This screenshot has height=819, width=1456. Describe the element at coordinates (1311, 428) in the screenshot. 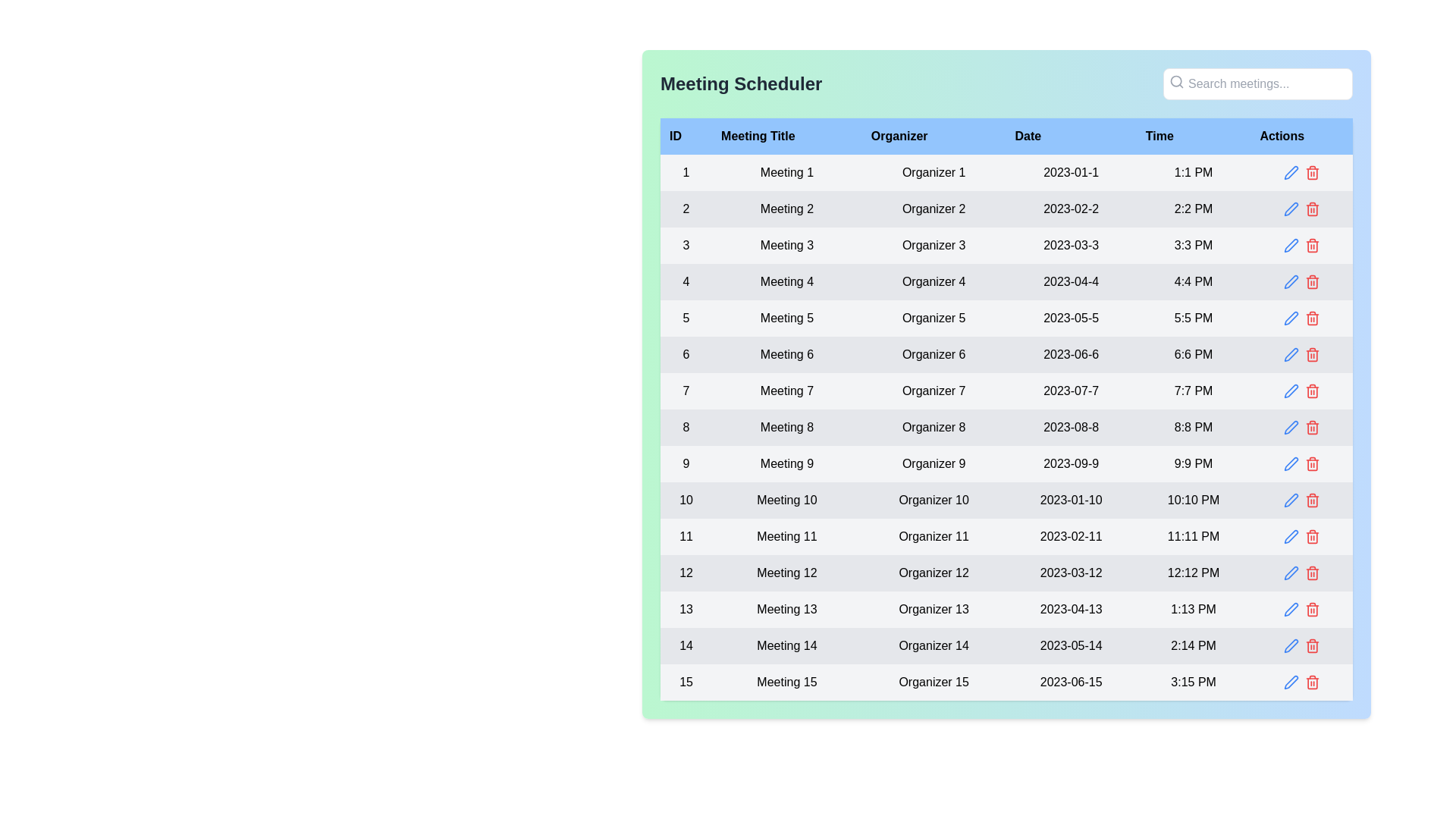

I see `the main body of the trash icon located in the 'Actions' column of the eighth table entry` at that location.